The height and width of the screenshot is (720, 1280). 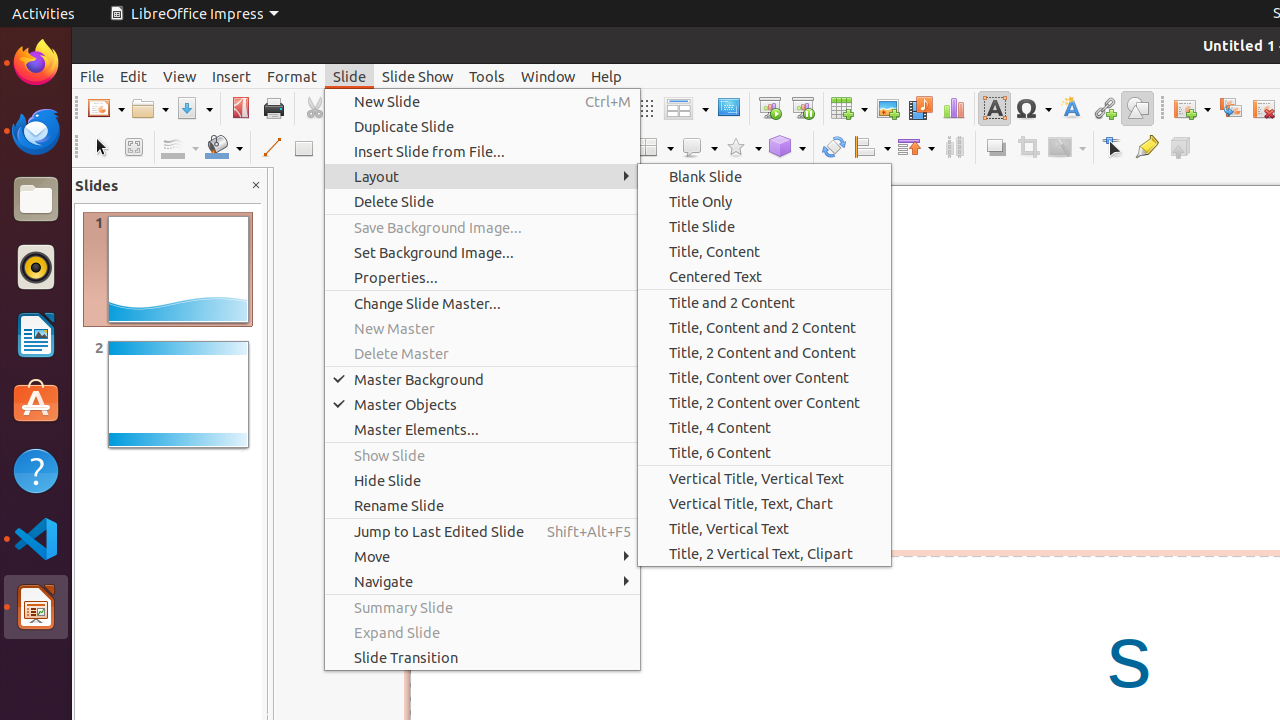 I want to click on 'Edit', so click(x=132, y=75).